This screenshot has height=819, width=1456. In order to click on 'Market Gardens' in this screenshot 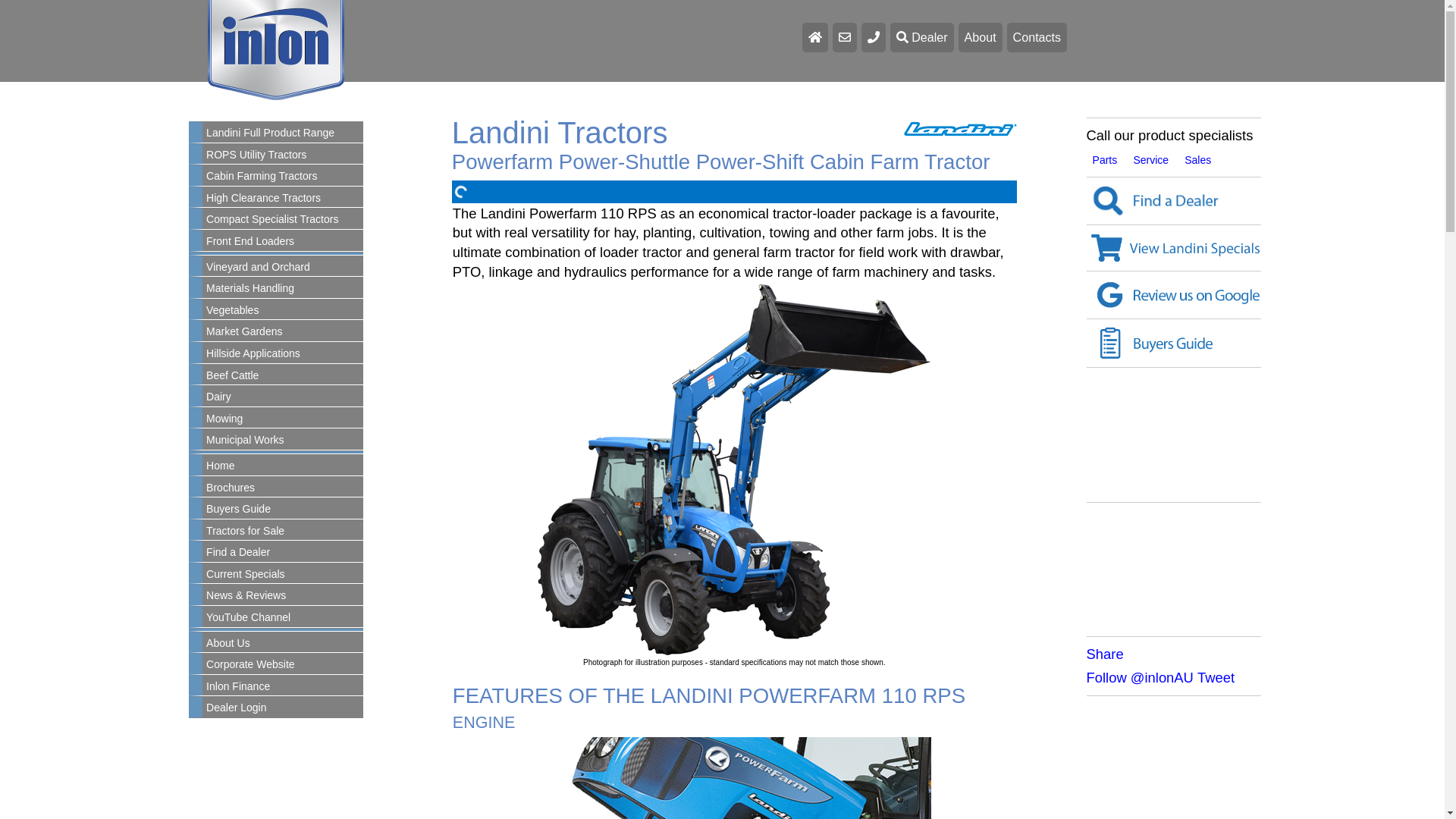, I will do `click(283, 331)`.